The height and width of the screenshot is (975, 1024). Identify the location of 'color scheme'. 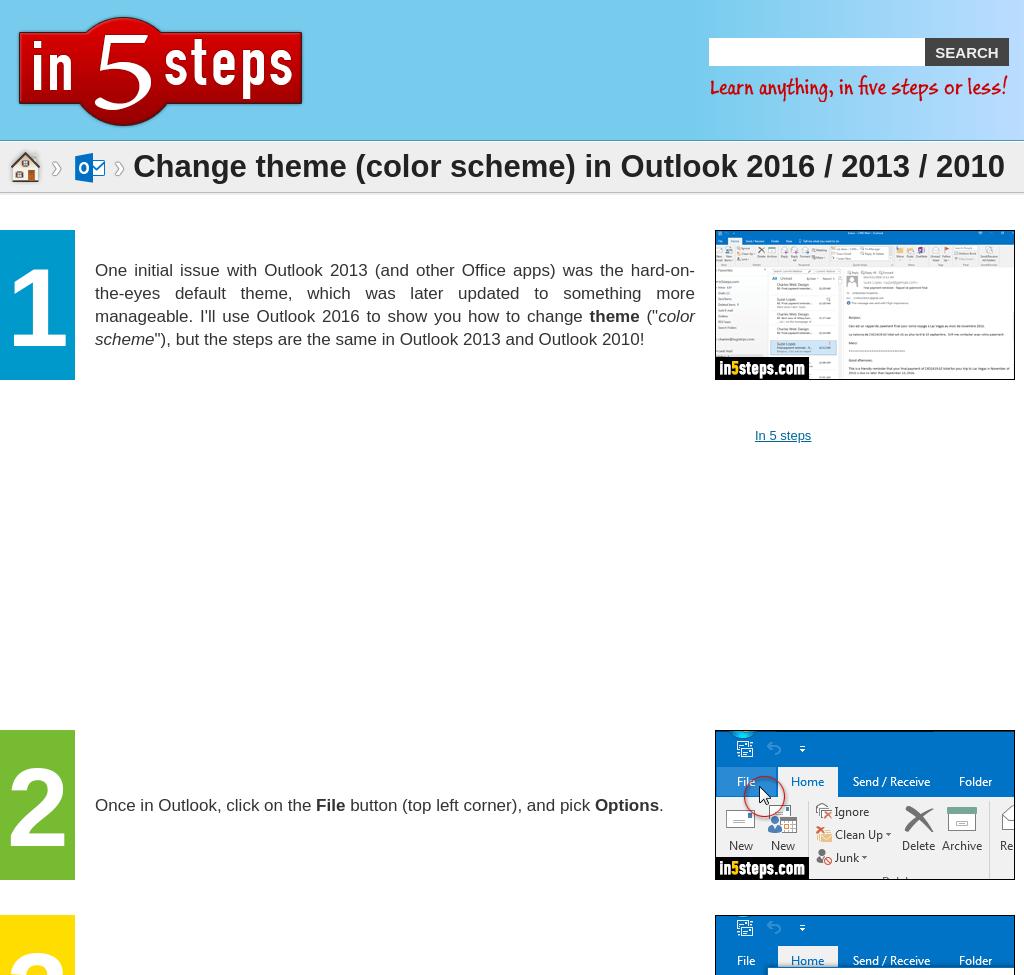
(393, 326).